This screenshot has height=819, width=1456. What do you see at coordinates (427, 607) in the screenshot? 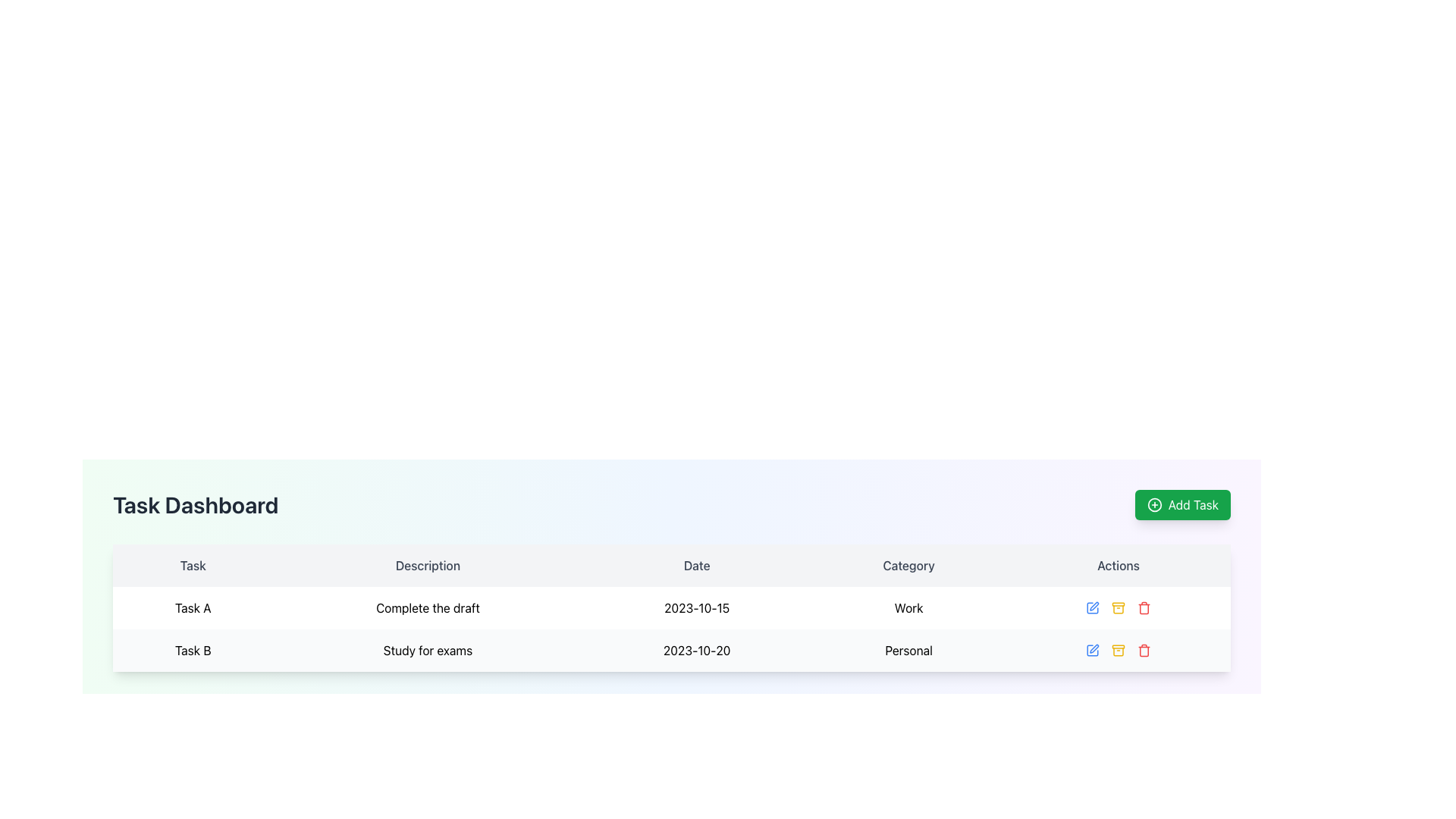
I see `the text block displaying 'Complete the draft' in the 'Task Dashboard' table, located in the second column of the row titled 'Task A'` at bounding box center [427, 607].